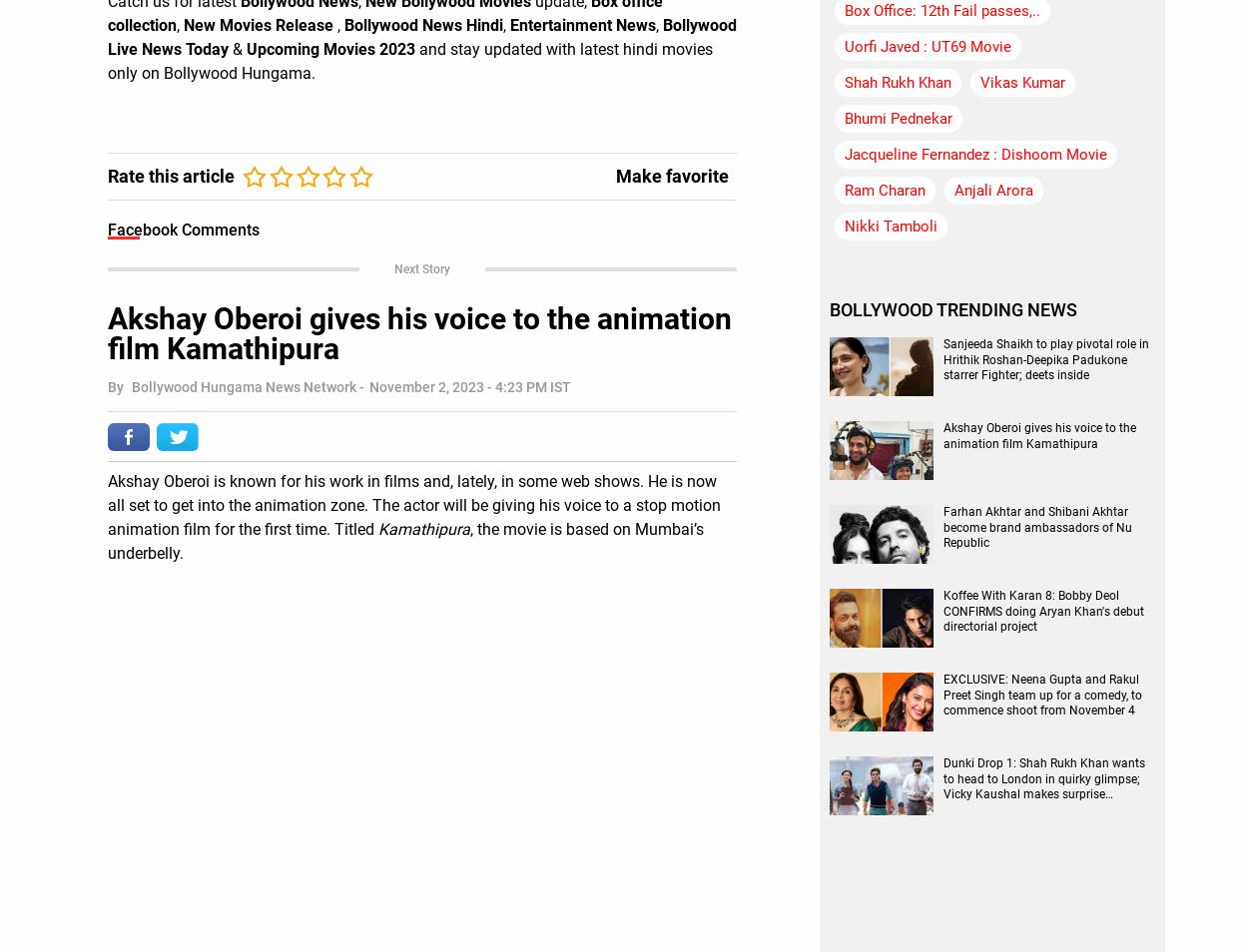 The height and width of the screenshot is (952, 1248). Describe the element at coordinates (329, 47) in the screenshot. I see `'Upcoming Movies 2023'` at that location.